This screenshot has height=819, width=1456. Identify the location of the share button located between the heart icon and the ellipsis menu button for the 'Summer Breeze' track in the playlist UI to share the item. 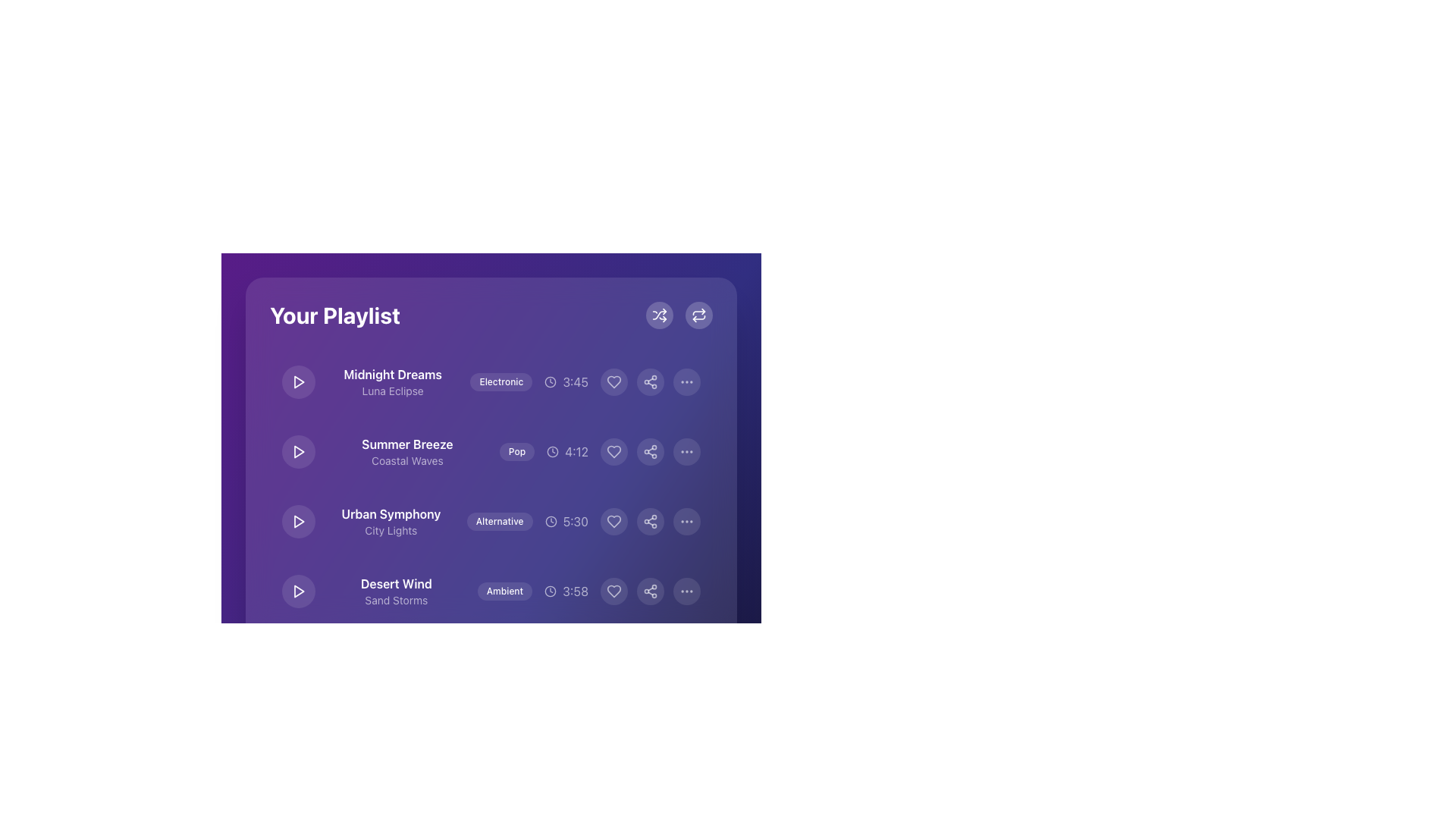
(651, 451).